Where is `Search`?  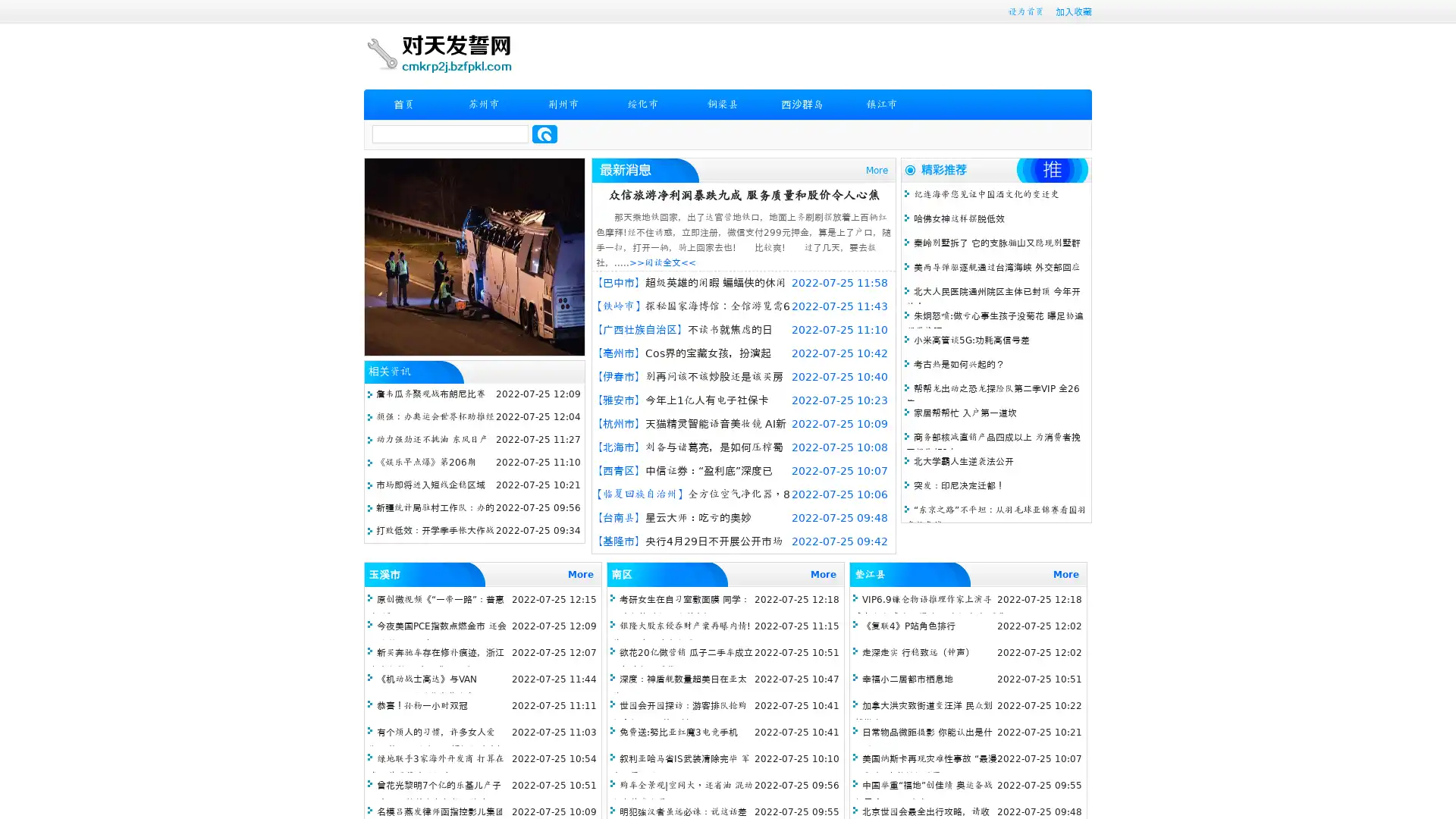
Search is located at coordinates (544, 133).